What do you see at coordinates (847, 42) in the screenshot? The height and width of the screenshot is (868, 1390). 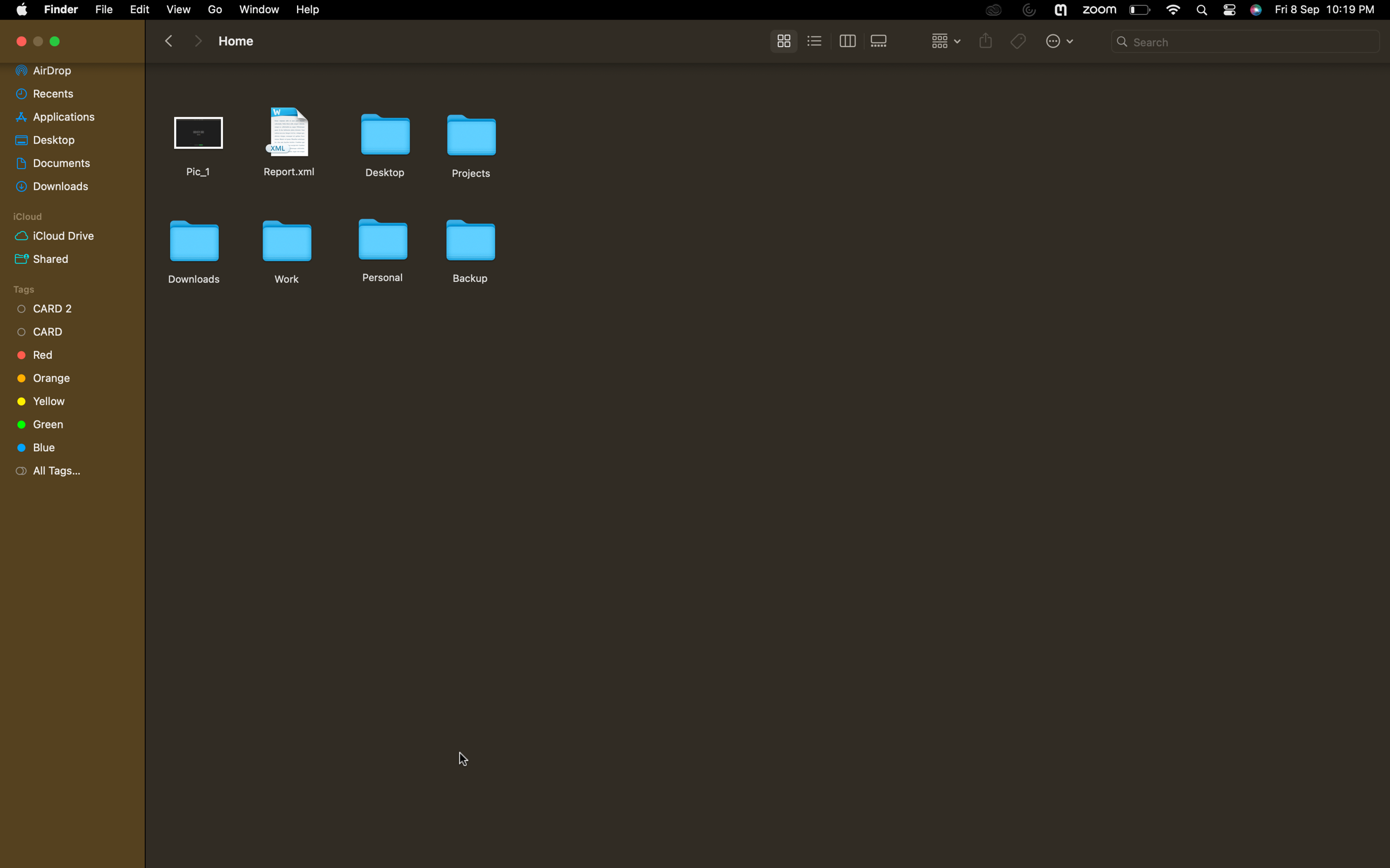 I see `Switch to tab view` at bounding box center [847, 42].